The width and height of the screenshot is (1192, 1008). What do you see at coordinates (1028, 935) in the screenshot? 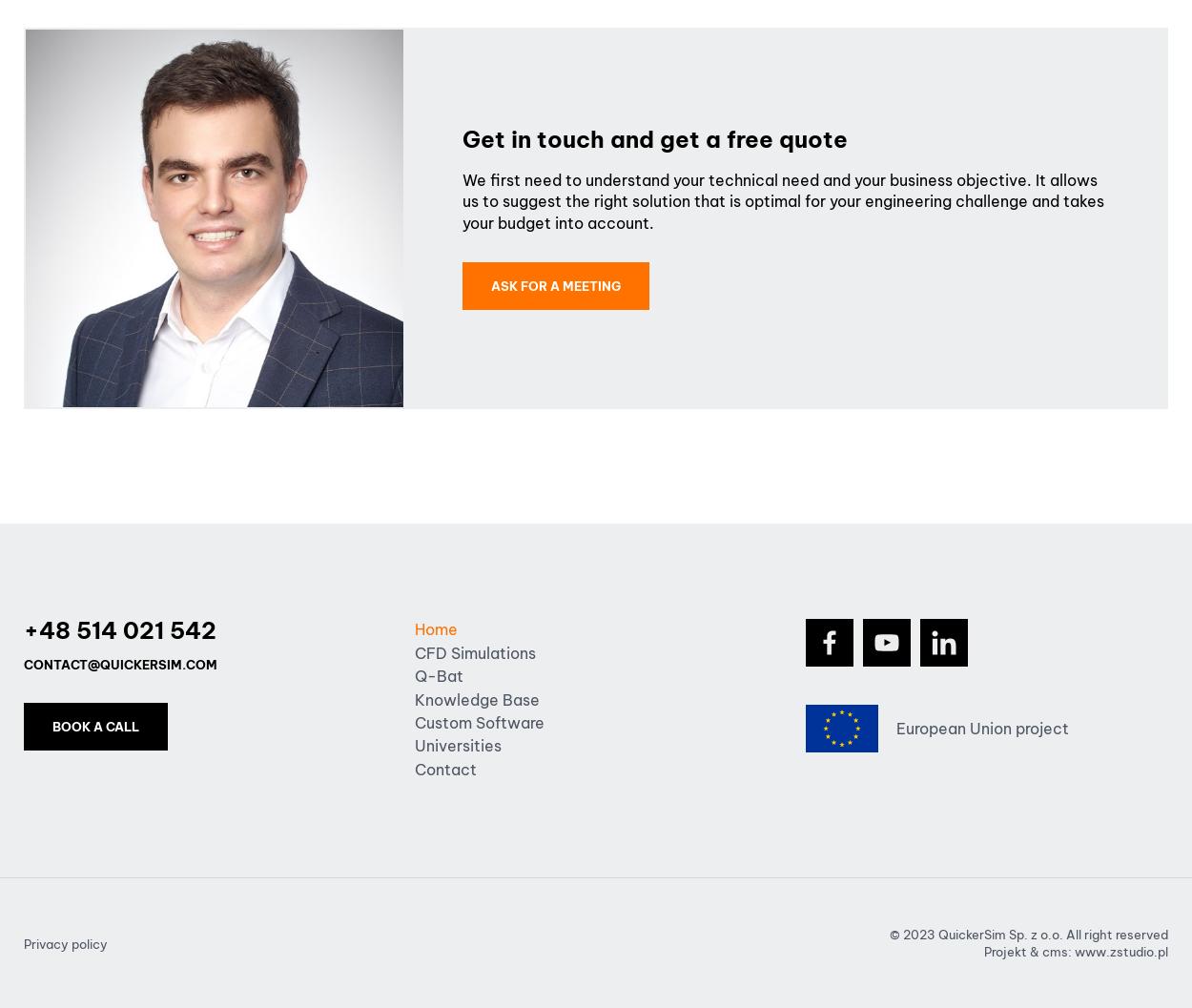
I see `'© 2023 QuickerSim Sp. z o.o. All right reserved'` at bounding box center [1028, 935].